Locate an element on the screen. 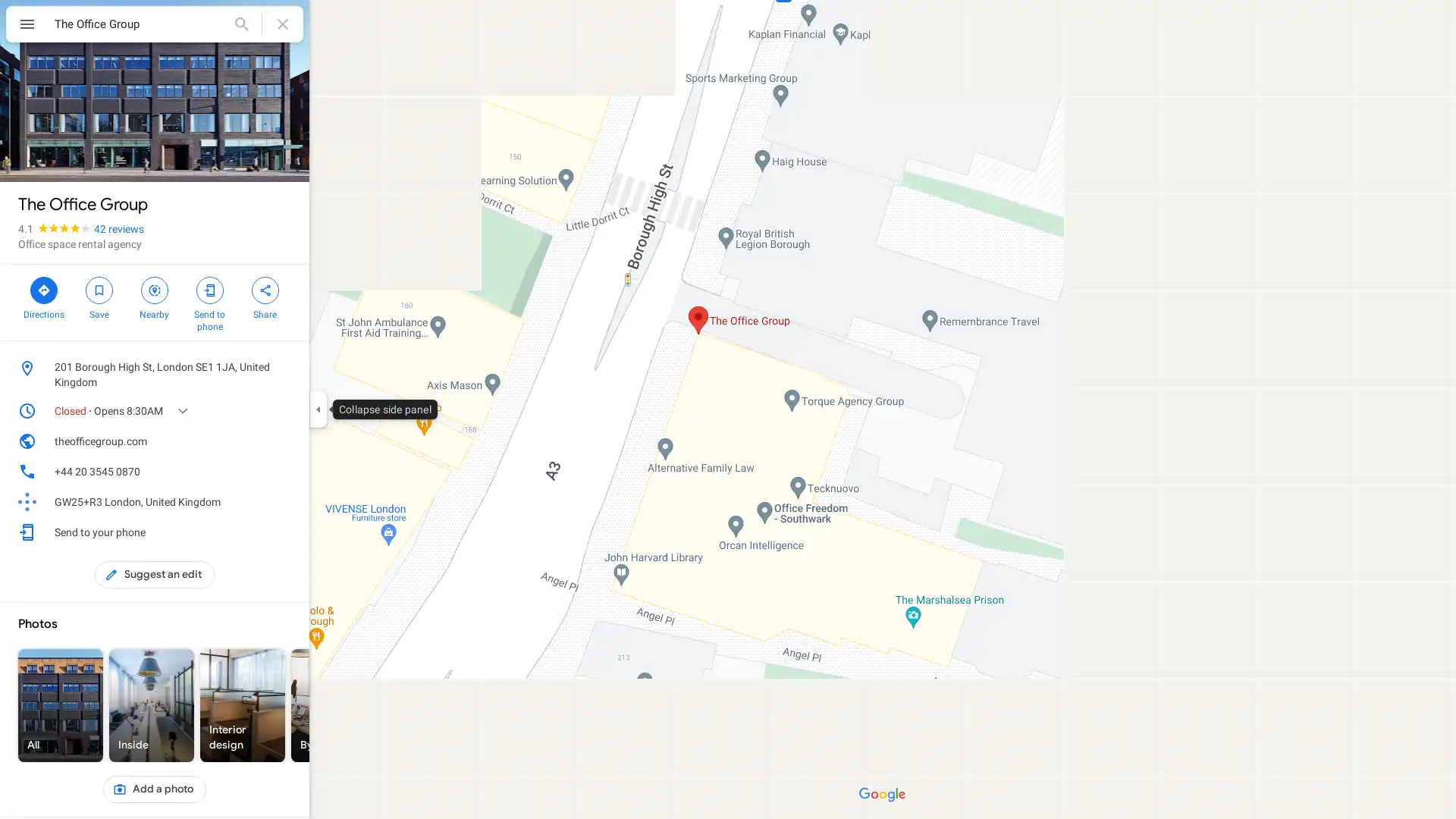 The image size is (1456, 819). Send The Office Group to your phone is located at coordinates (209, 302).